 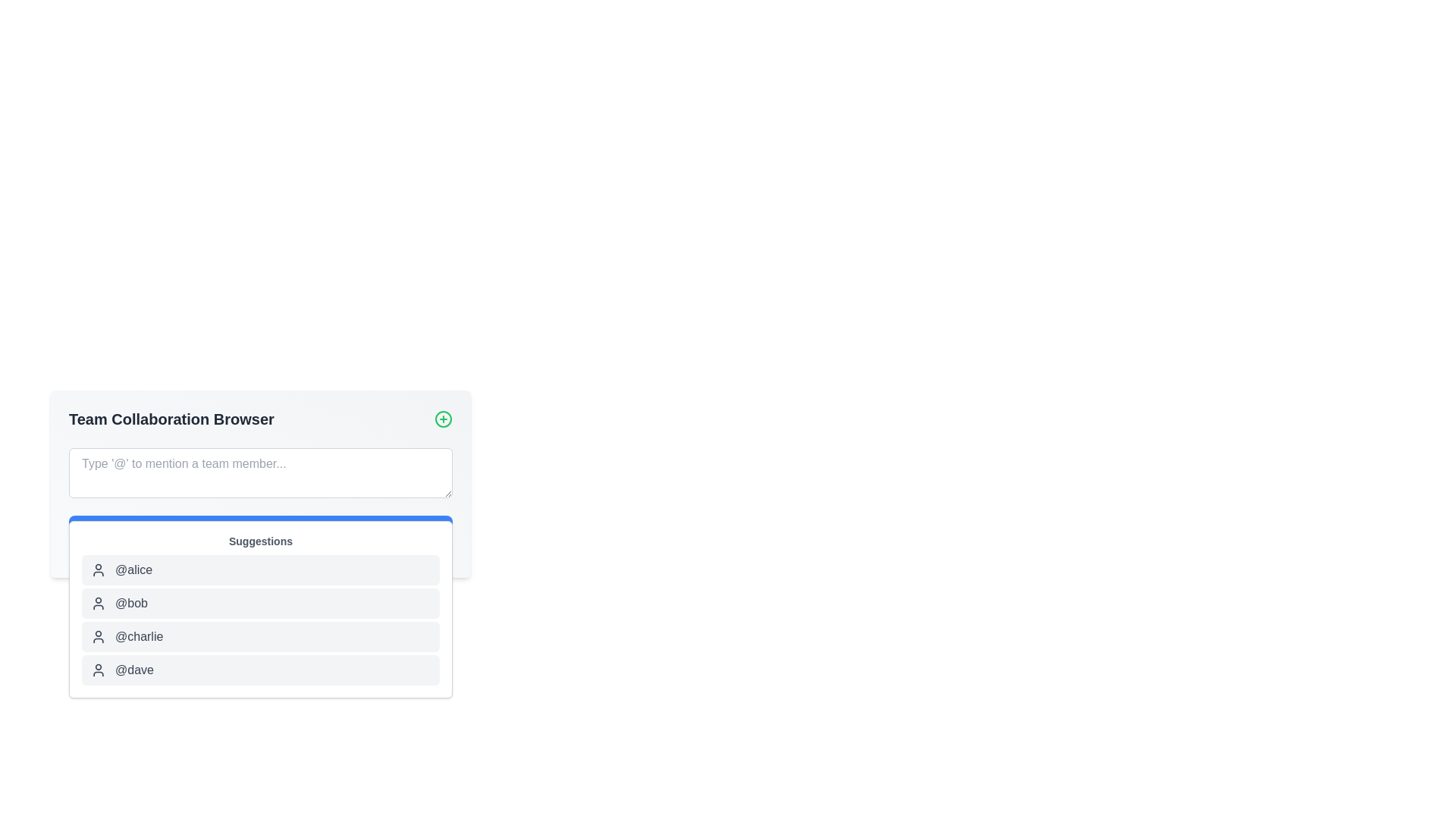 I want to click on the user profile icon representing the account '@dave' in the suggestion list by moving the cursor to its center point, so click(x=97, y=669).